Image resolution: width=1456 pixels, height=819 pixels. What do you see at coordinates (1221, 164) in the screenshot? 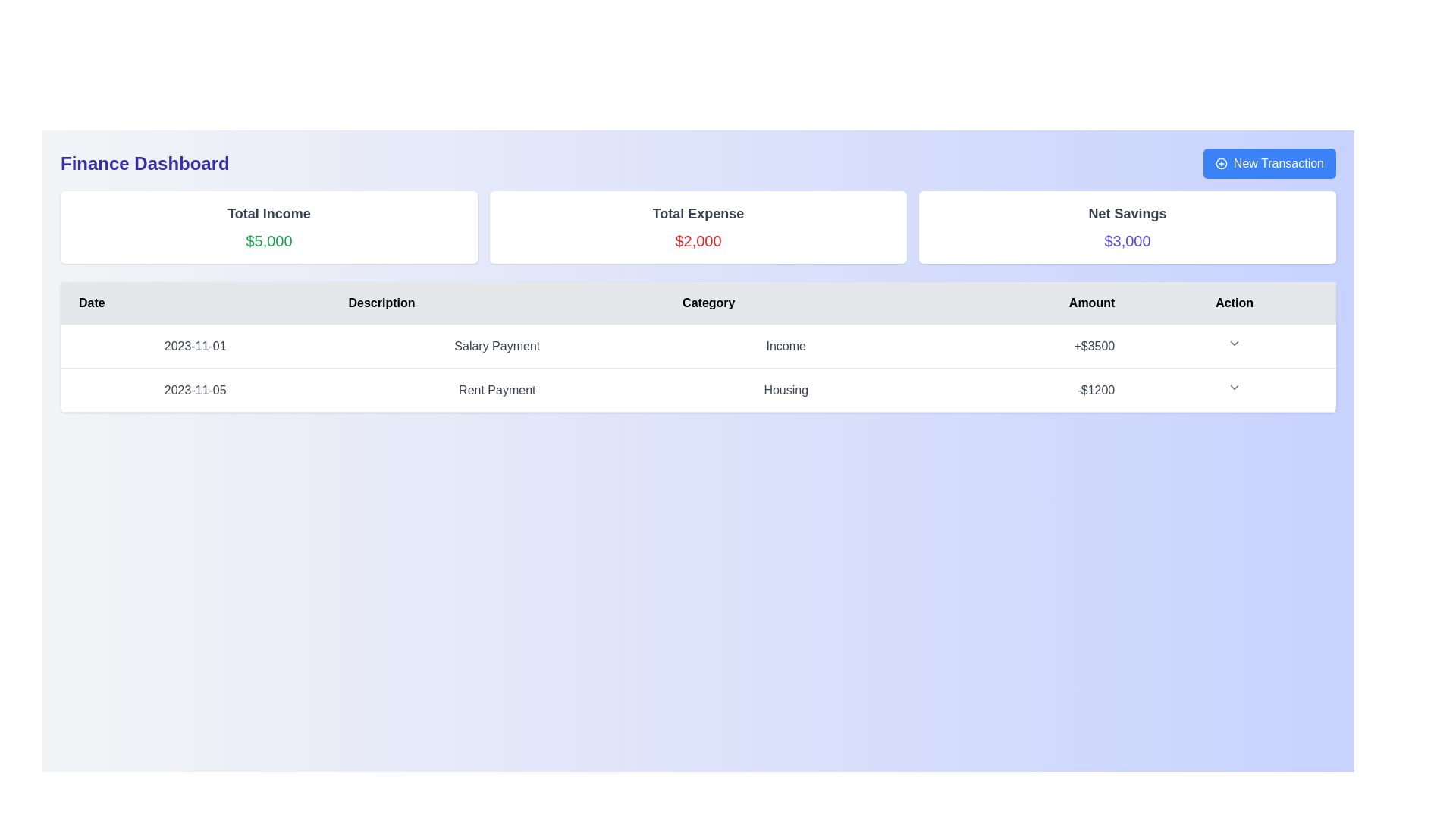
I see `the blue circle icon with a plus symbol, which is located to the left of the 'New Transaction' button` at bounding box center [1221, 164].